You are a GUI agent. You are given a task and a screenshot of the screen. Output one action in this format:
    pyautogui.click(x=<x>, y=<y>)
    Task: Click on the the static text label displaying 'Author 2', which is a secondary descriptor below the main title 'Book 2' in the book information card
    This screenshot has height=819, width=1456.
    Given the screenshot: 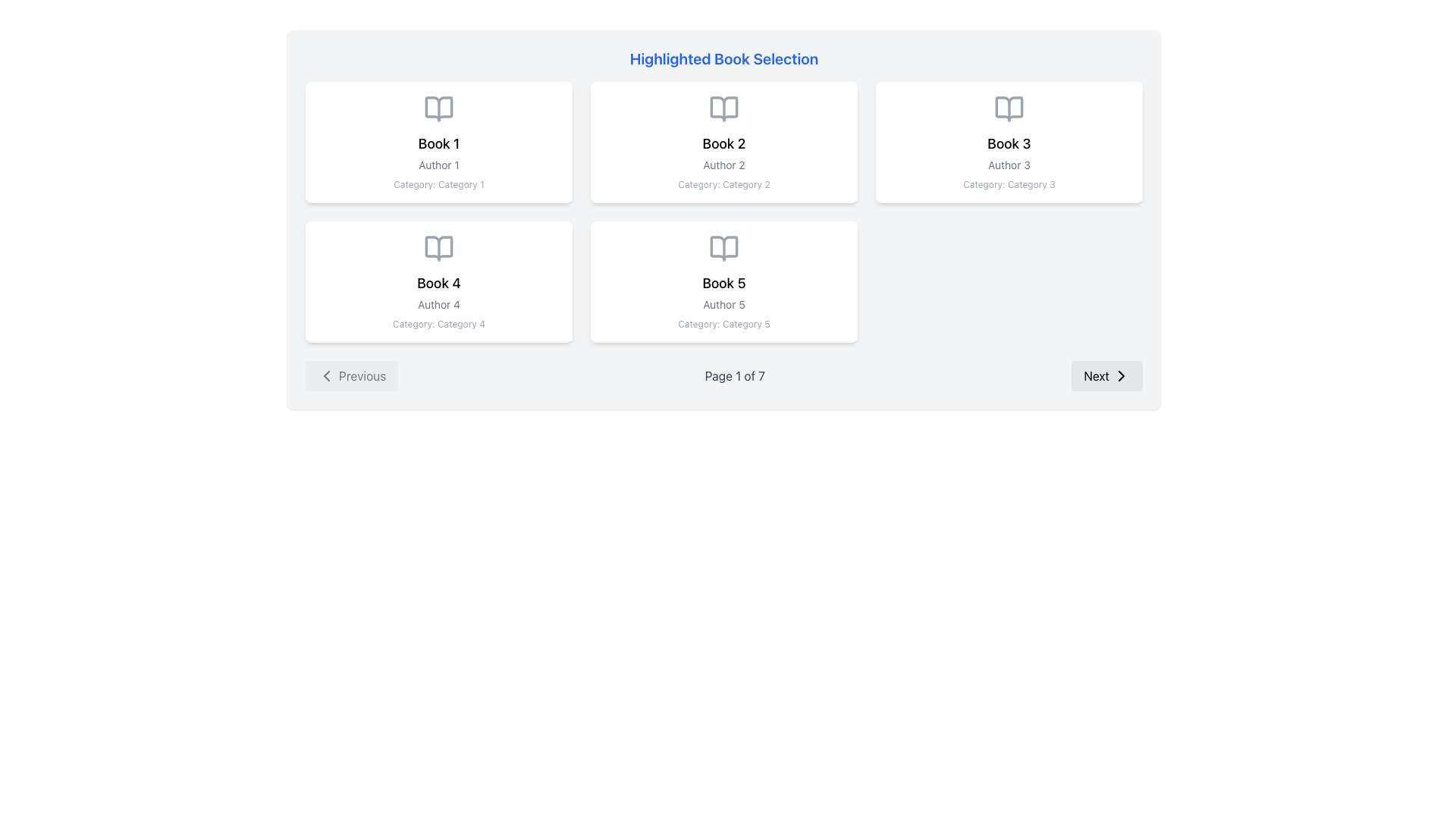 What is the action you would take?
    pyautogui.click(x=723, y=165)
    